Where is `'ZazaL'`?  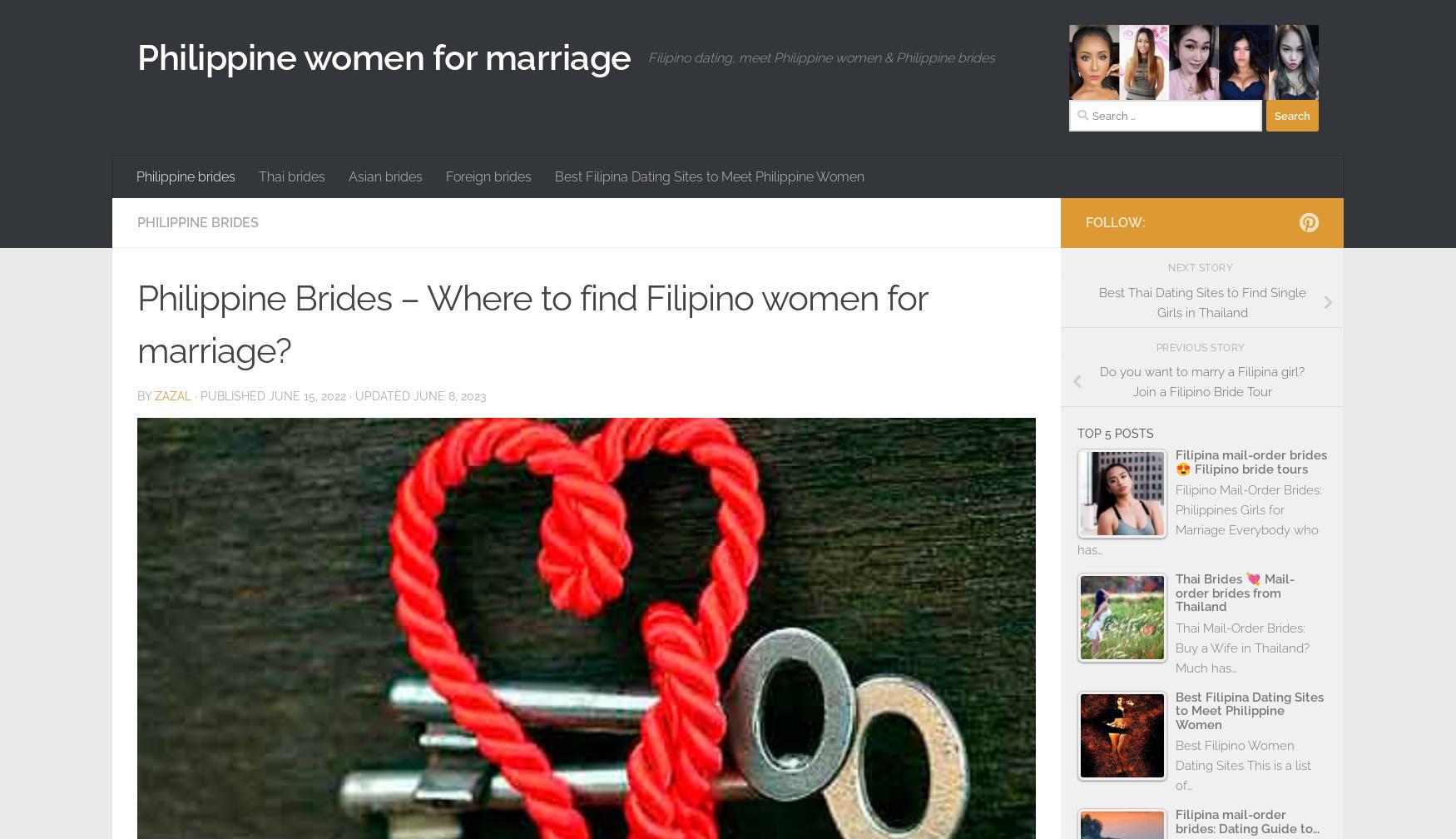 'ZazaL' is located at coordinates (173, 395).